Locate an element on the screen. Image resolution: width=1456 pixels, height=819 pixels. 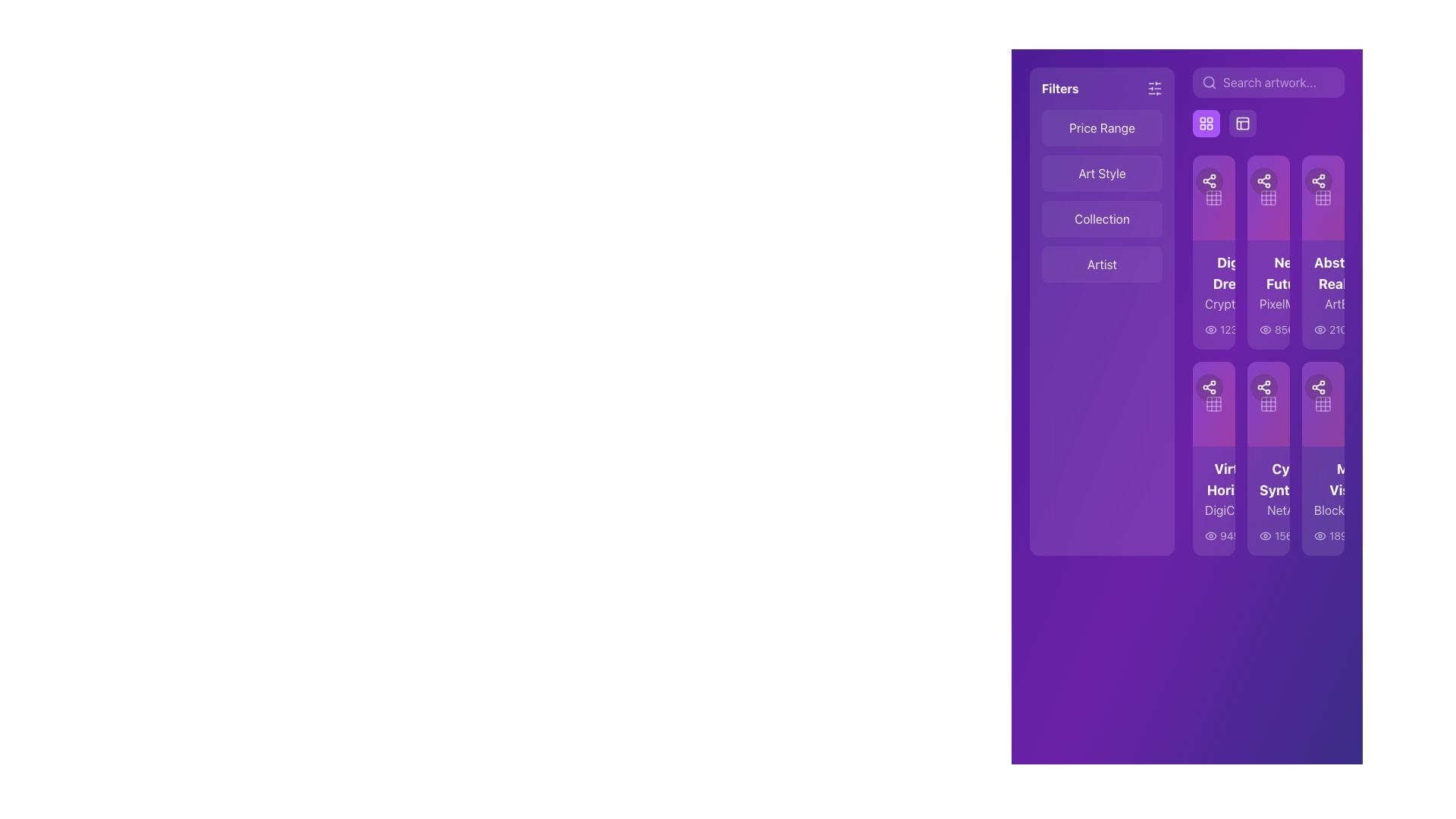
the circular button with a dark semi-transparent background and a white heart icon is located at coordinates (1284, 386).